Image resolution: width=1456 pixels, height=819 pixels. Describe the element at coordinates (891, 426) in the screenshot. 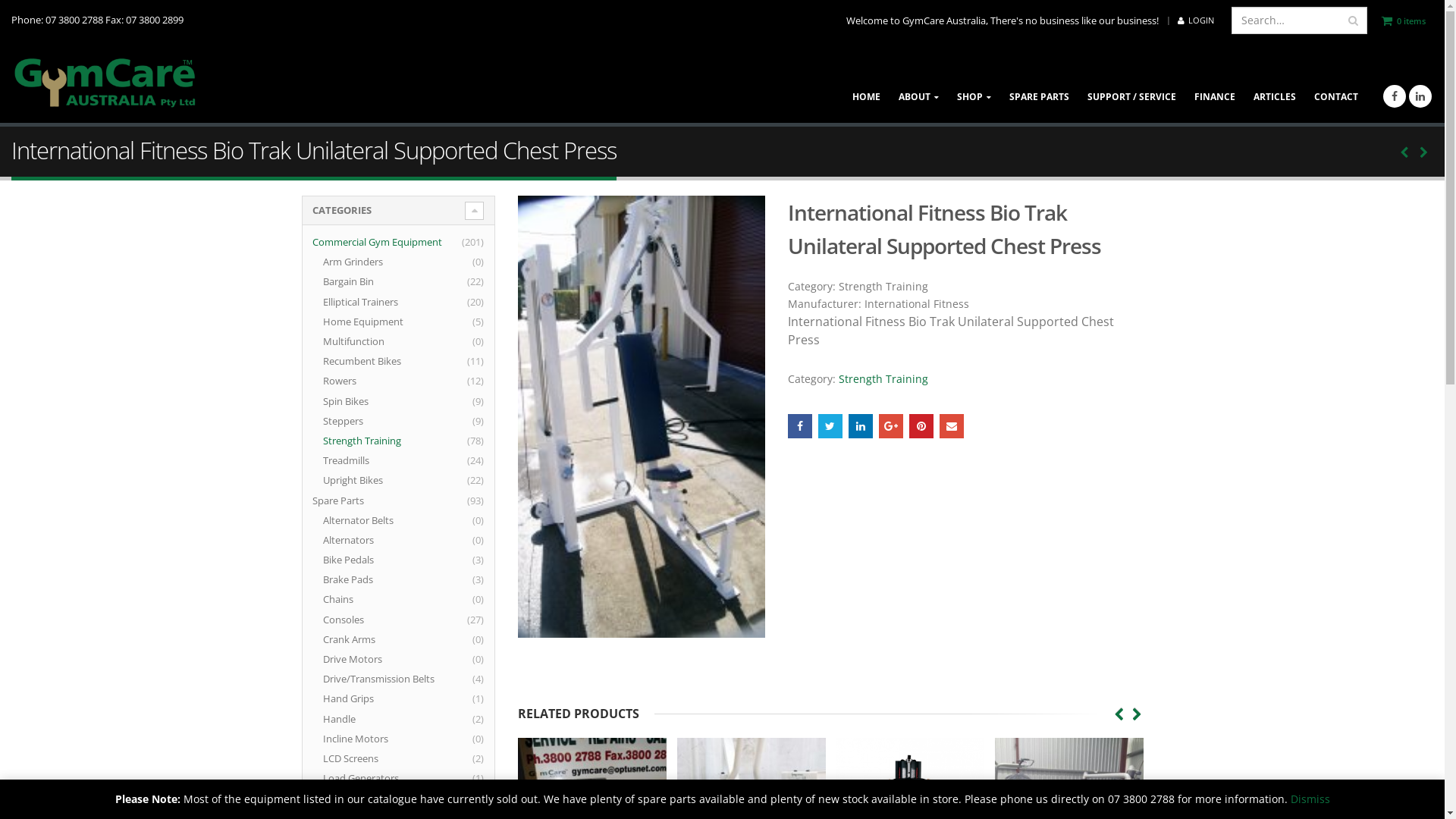

I see `'Google +'` at that location.